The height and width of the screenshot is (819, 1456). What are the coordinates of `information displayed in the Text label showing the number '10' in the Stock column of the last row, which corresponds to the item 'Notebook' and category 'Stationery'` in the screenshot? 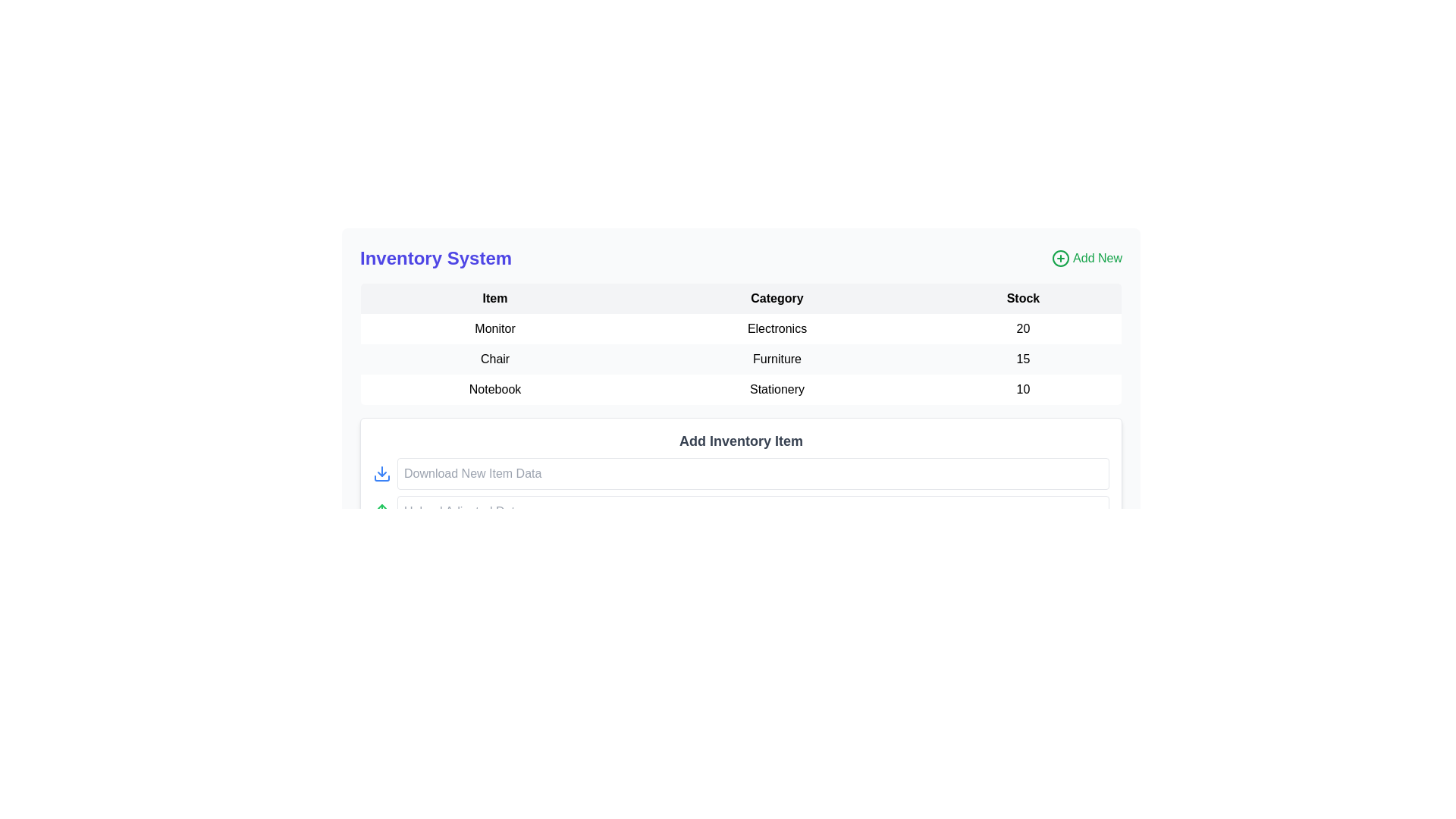 It's located at (1023, 389).